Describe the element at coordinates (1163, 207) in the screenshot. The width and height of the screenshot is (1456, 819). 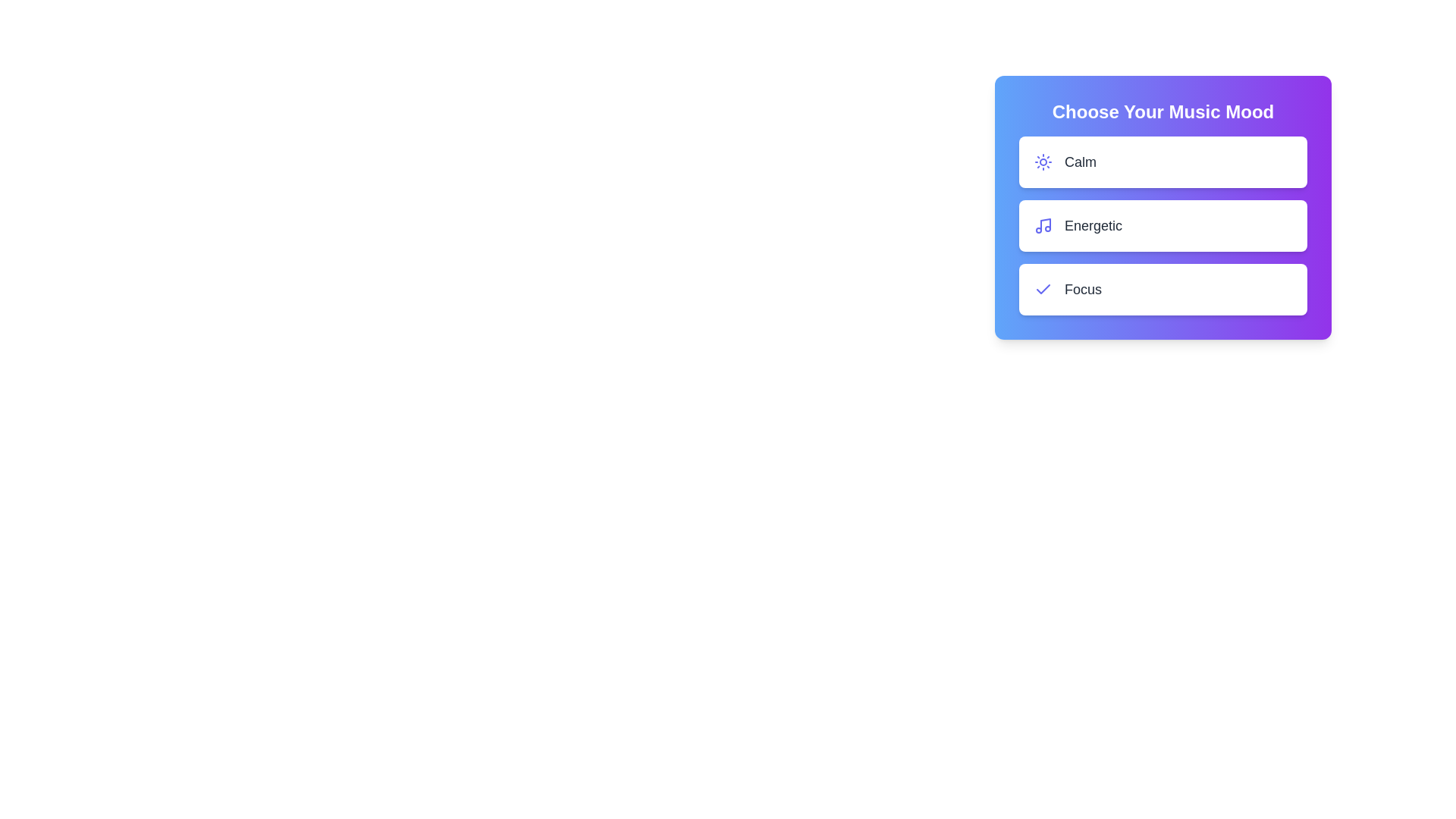
I see `the 'Energetic' button, which is a rounded rectangular button located below the text 'Choose Your Music Mood' in the card-like UI component with a gradient background` at that location.